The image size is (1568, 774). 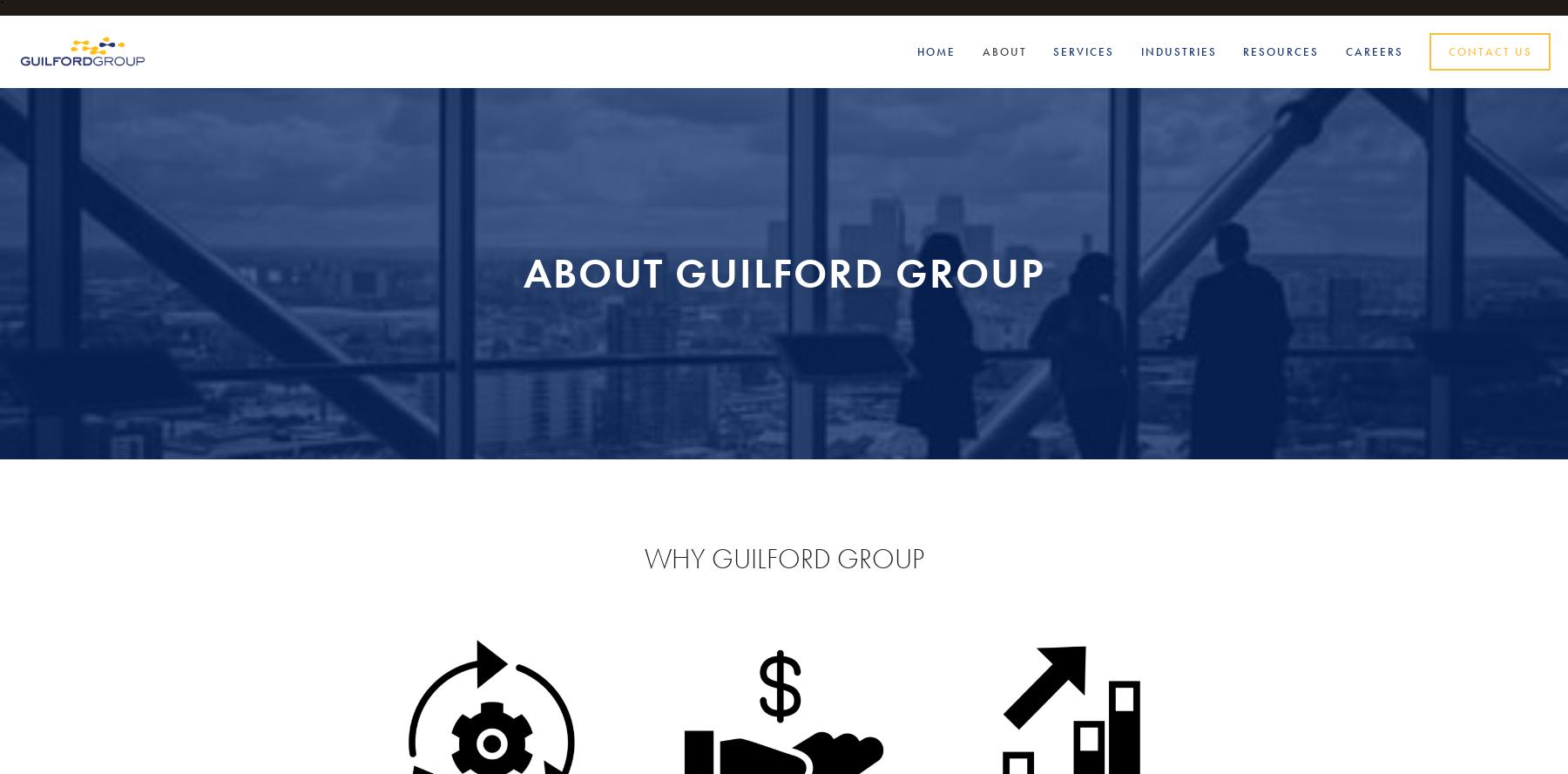 What do you see at coordinates (0, 7) in the screenshot?
I see `'`'` at bounding box center [0, 7].